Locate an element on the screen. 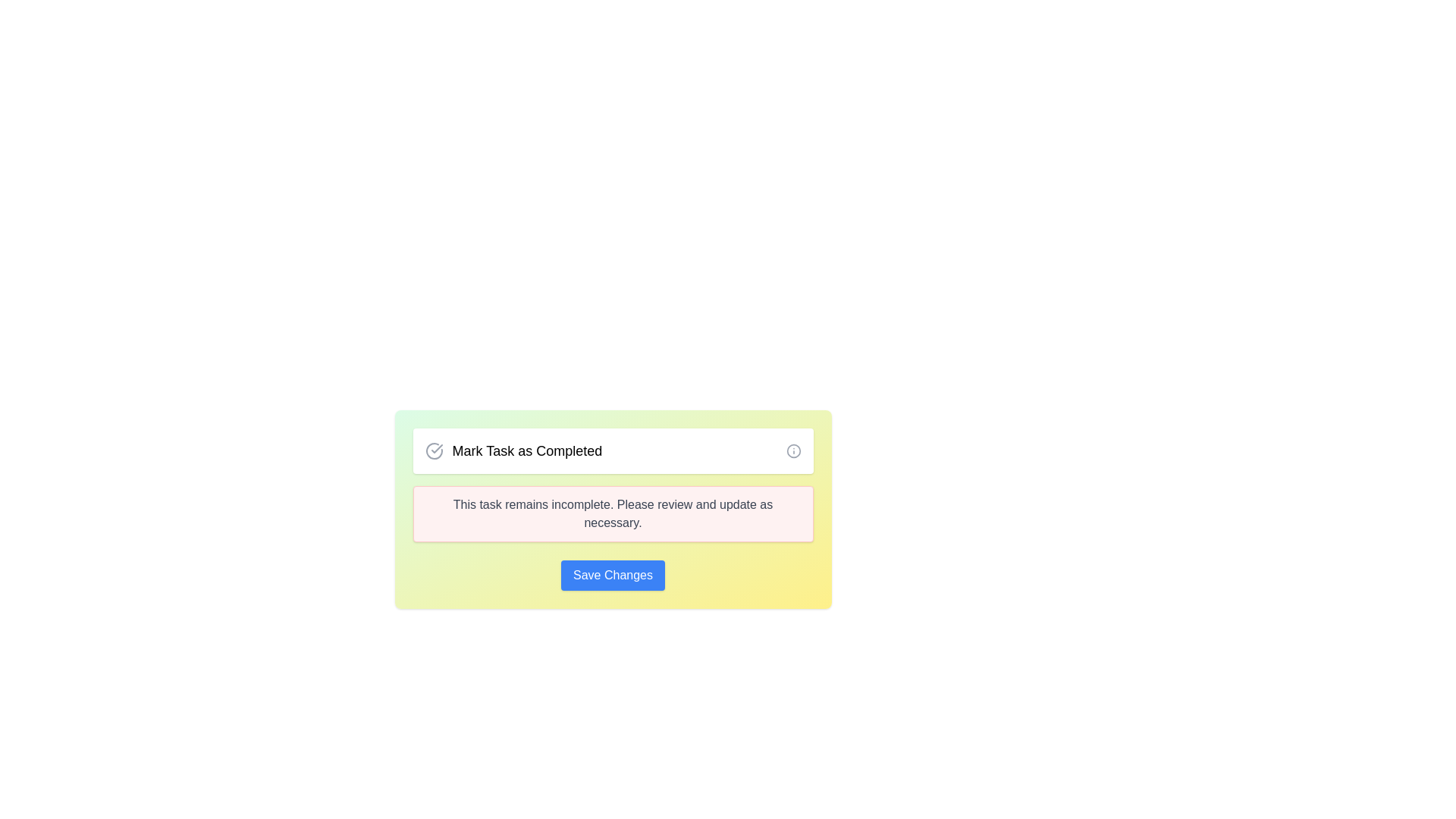 This screenshot has width=1456, height=819. the Information Icon located on the rightmost side of the 'Mark Task as Completed' component is located at coordinates (792, 450).